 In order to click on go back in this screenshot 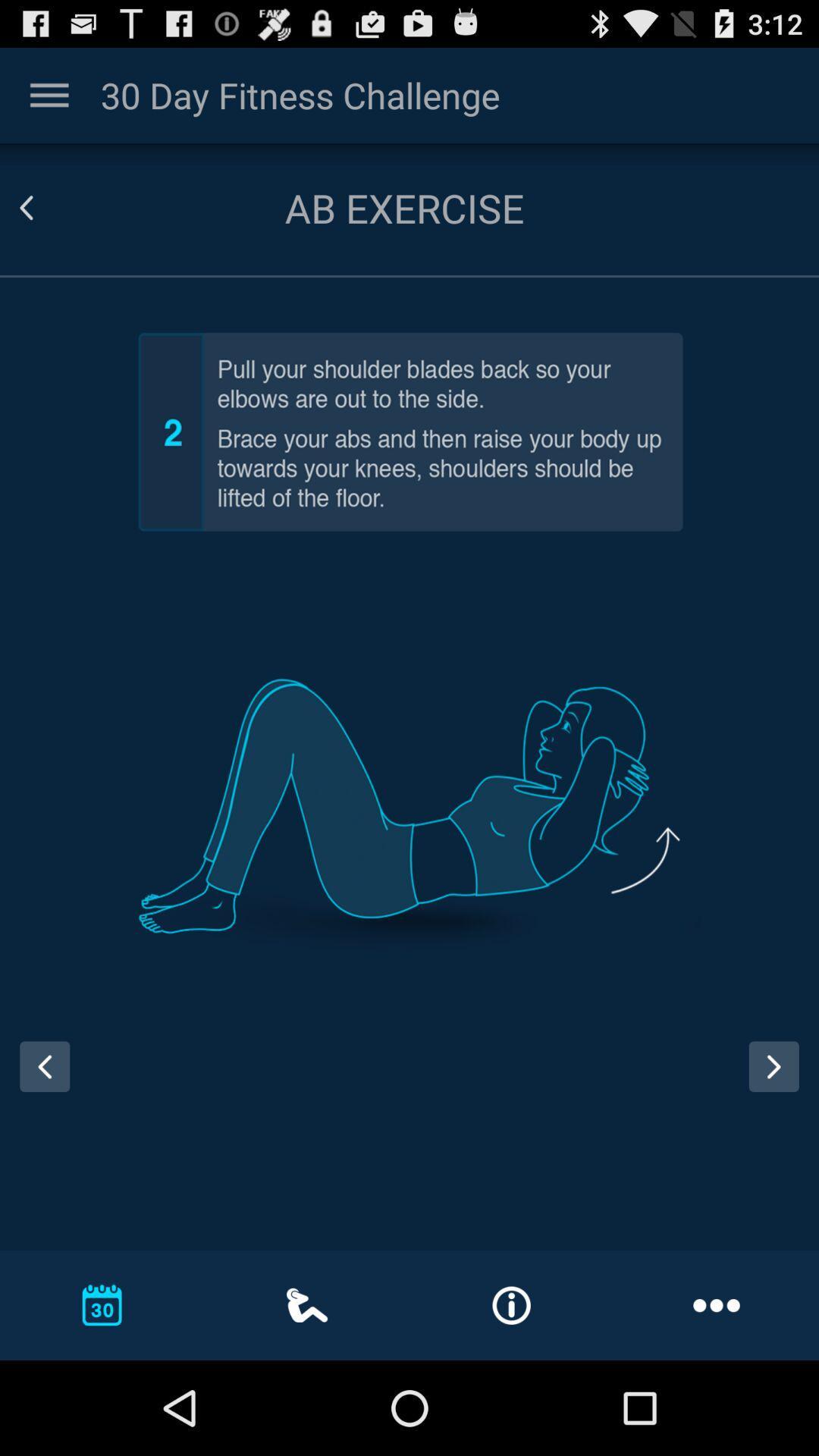, I will do `click(39, 1080)`.